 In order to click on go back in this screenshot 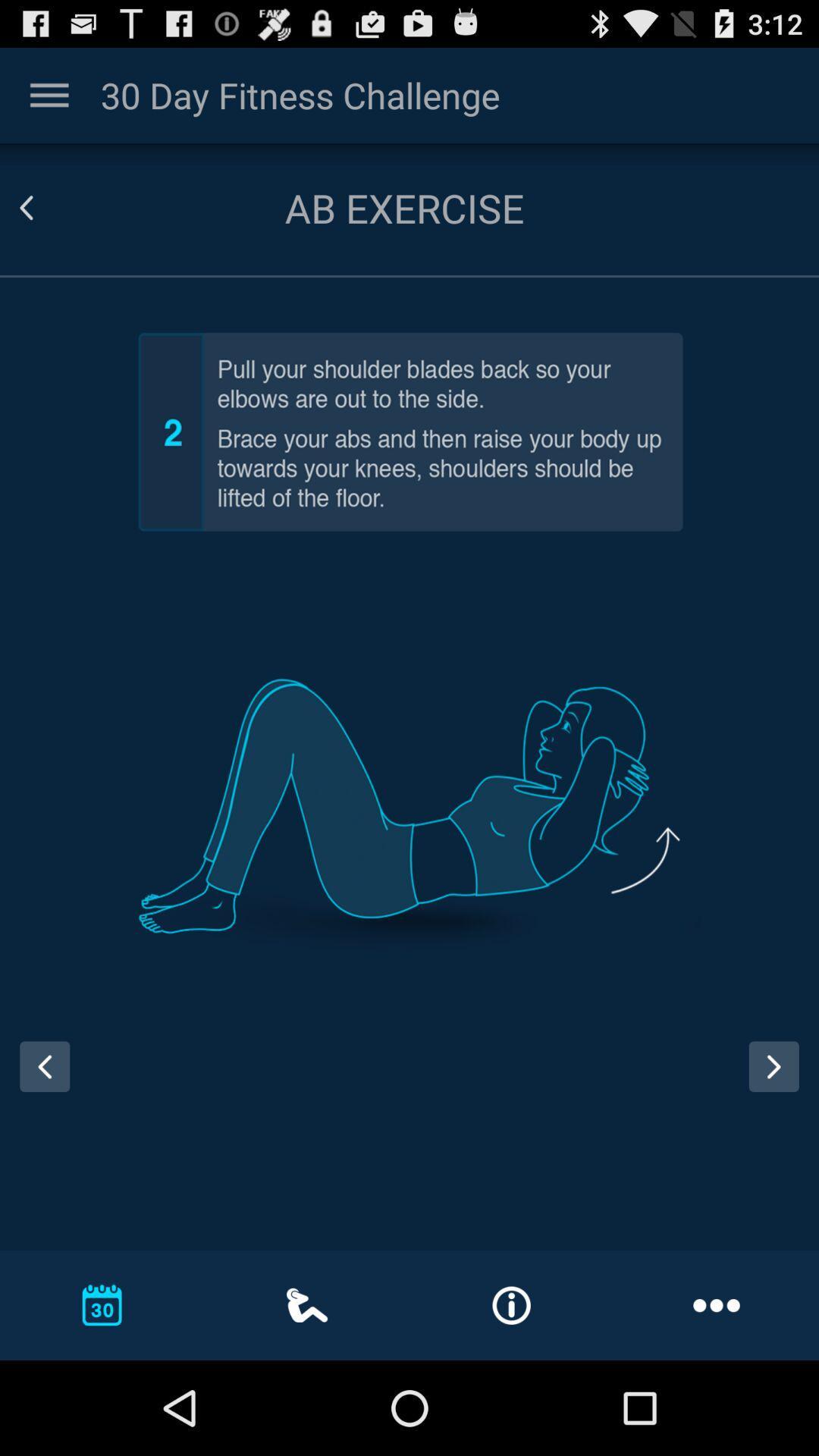, I will do `click(39, 1080)`.